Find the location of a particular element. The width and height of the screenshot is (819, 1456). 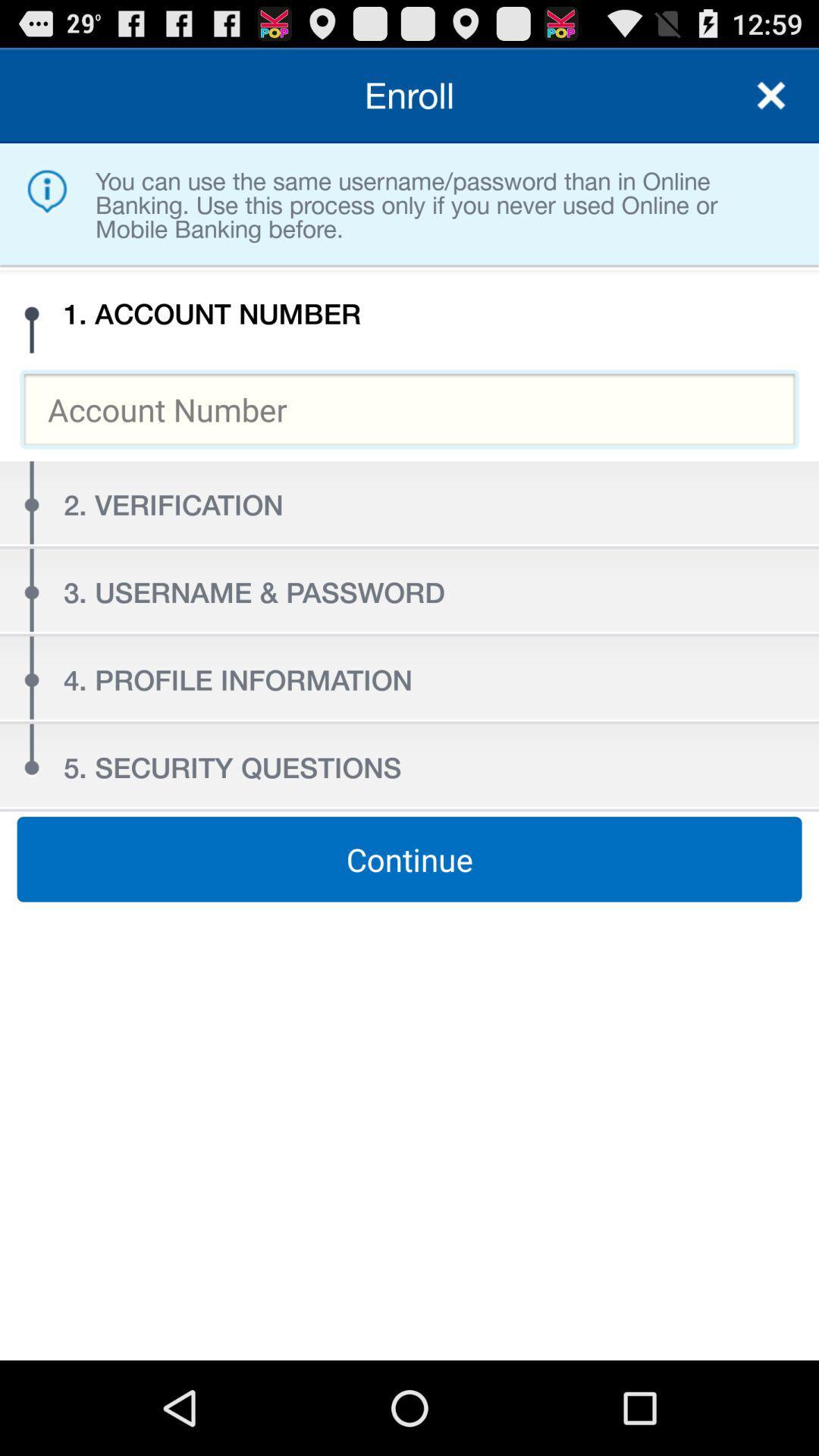

account number field is located at coordinates (409, 409).